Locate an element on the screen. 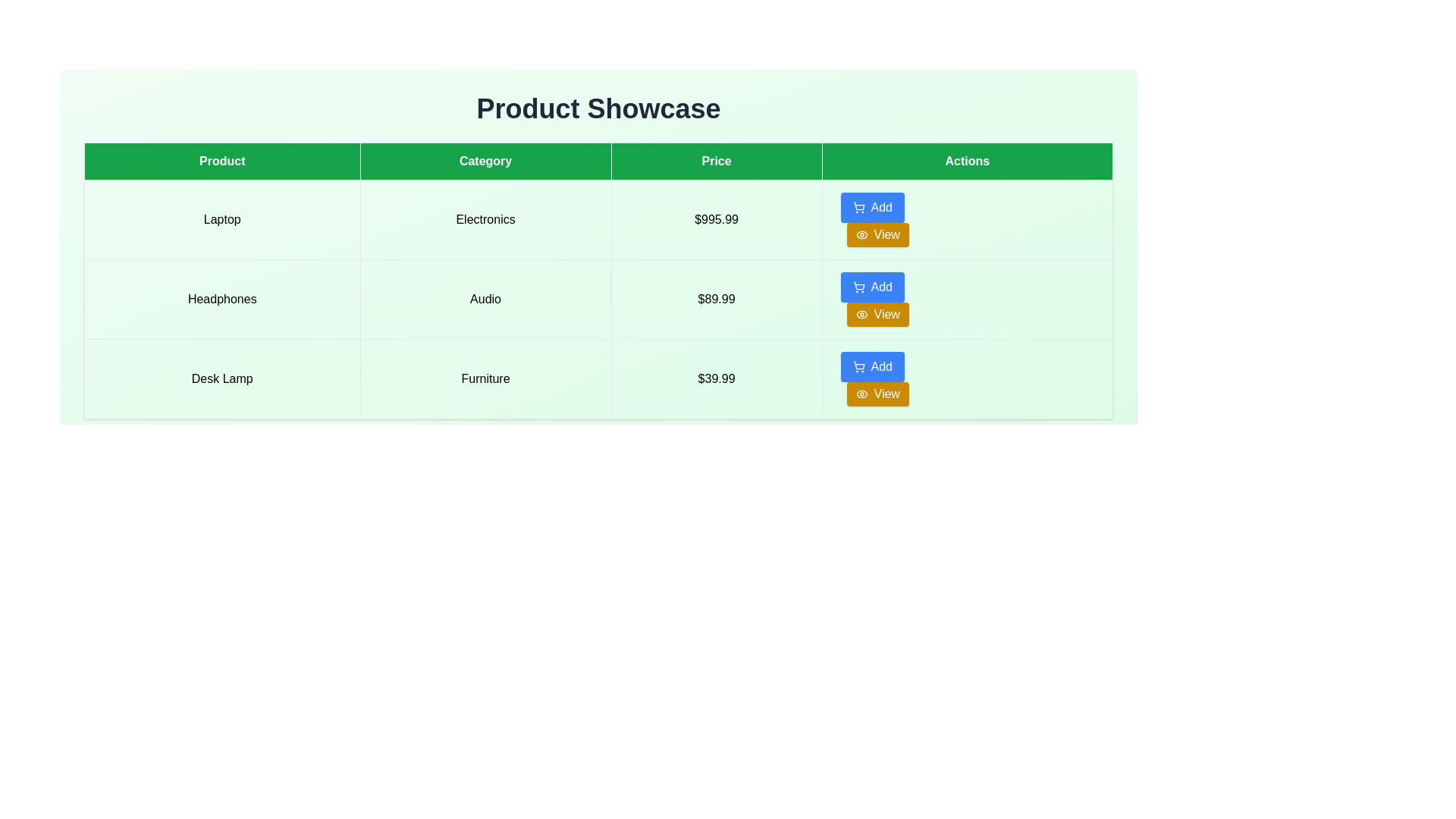  the table header cell that serves as the header for the product categories column, located between the 'Product' and 'Price' cells is located at coordinates (485, 161).